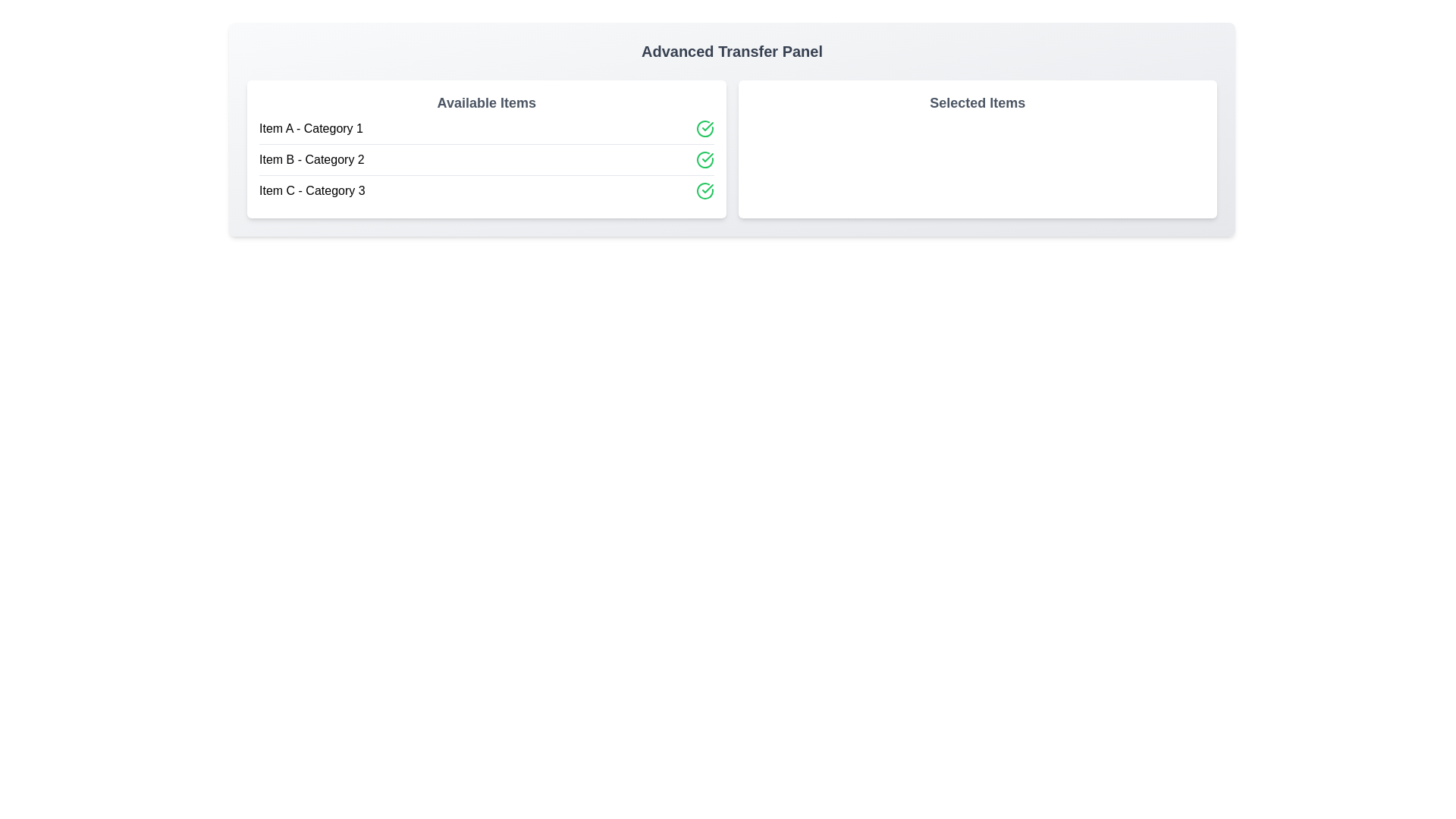 This screenshot has height=819, width=1456. Describe the element at coordinates (704, 160) in the screenshot. I see `the circular green outlined icon with a checkmark next to 'Item B - Category 2'` at that location.